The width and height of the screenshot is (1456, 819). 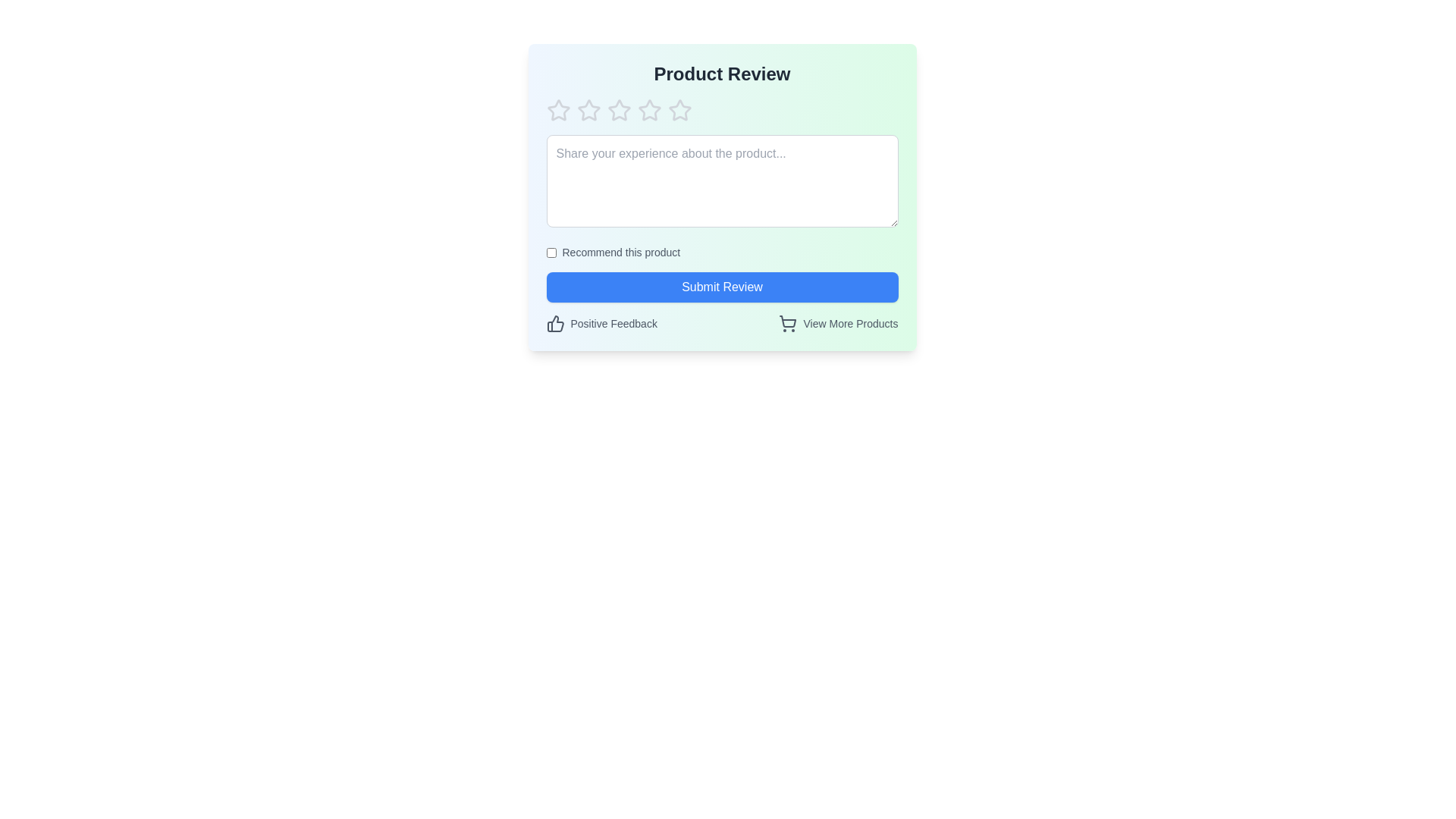 I want to click on the product rating to 1 stars by clicking on the respective star, so click(x=557, y=110).